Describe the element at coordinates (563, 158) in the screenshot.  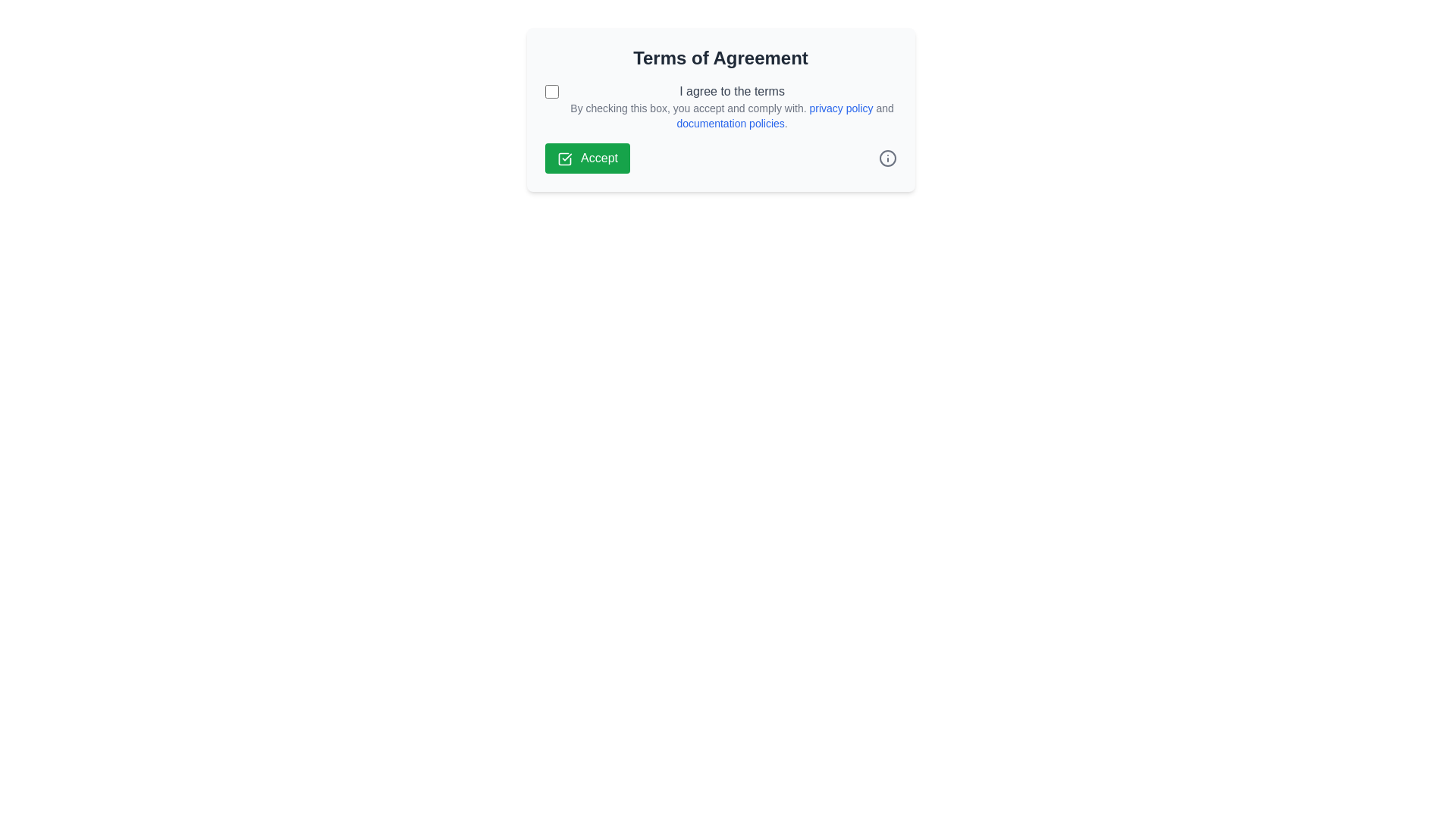
I see `the green check-mark icon inside the square outline located within the 'Accept' button, positioned to the left of the text 'Accept'` at that location.